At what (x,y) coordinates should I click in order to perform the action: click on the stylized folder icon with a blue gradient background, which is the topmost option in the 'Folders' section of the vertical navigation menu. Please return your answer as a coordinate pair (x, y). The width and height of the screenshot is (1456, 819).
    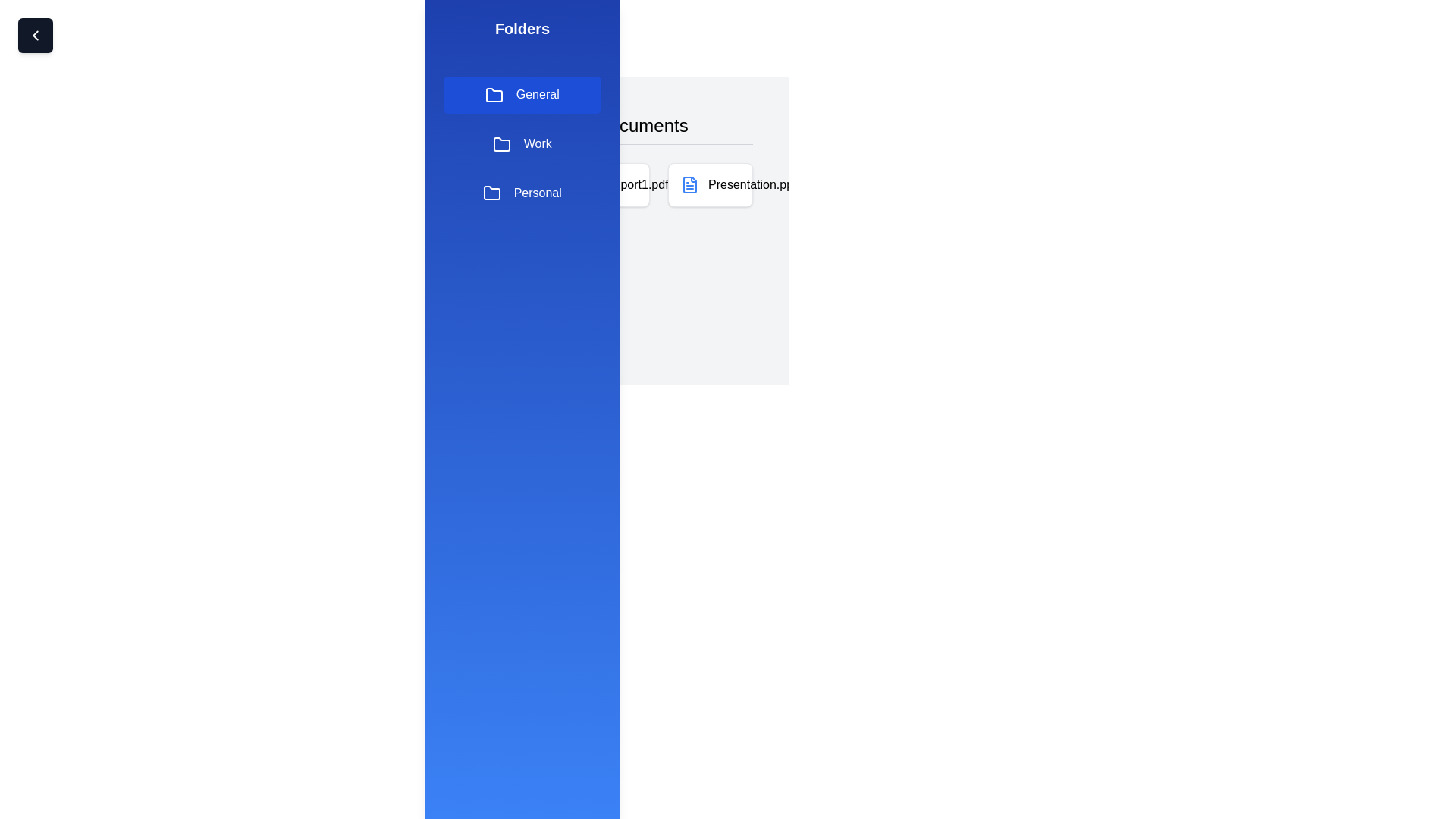
    Looking at the image, I should click on (494, 95).